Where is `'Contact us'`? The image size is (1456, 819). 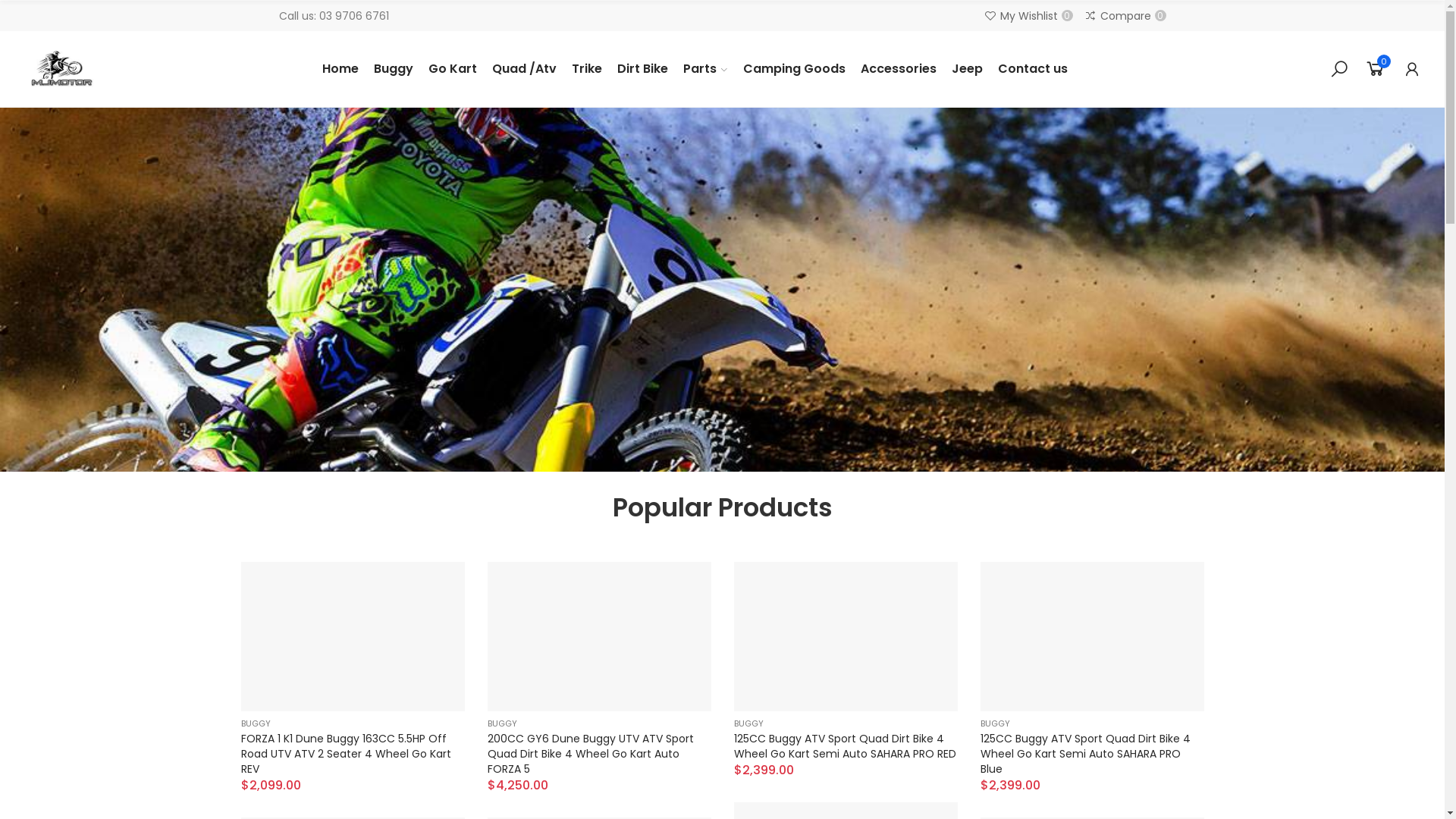 'Contact us' is located at coordinates (1031, 69).